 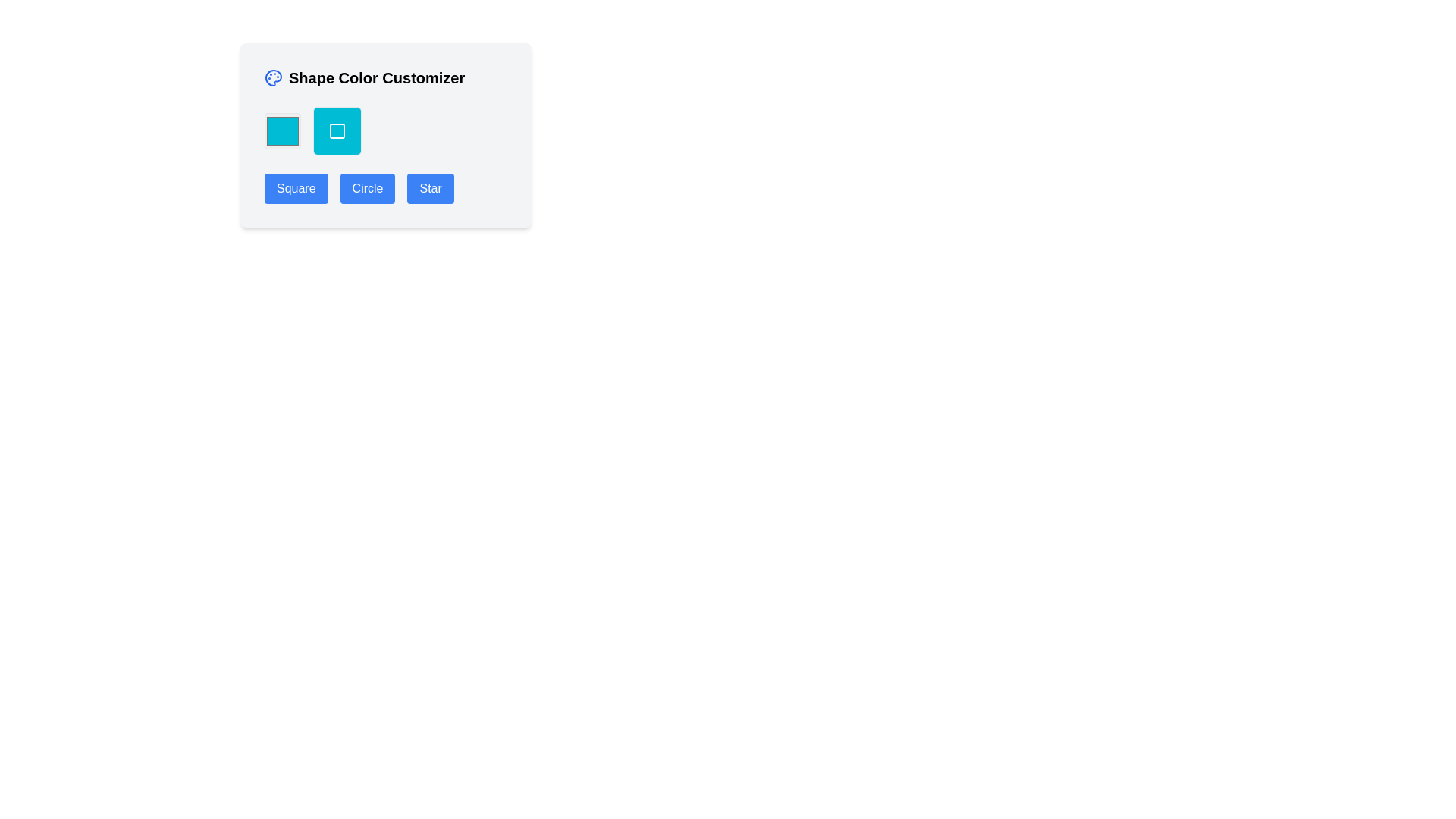 What do you see at coordinates (283, 130) in the screenshot?
I see `the glossy cyan color picker button with a rounded border` at bounding box center [283, 130].